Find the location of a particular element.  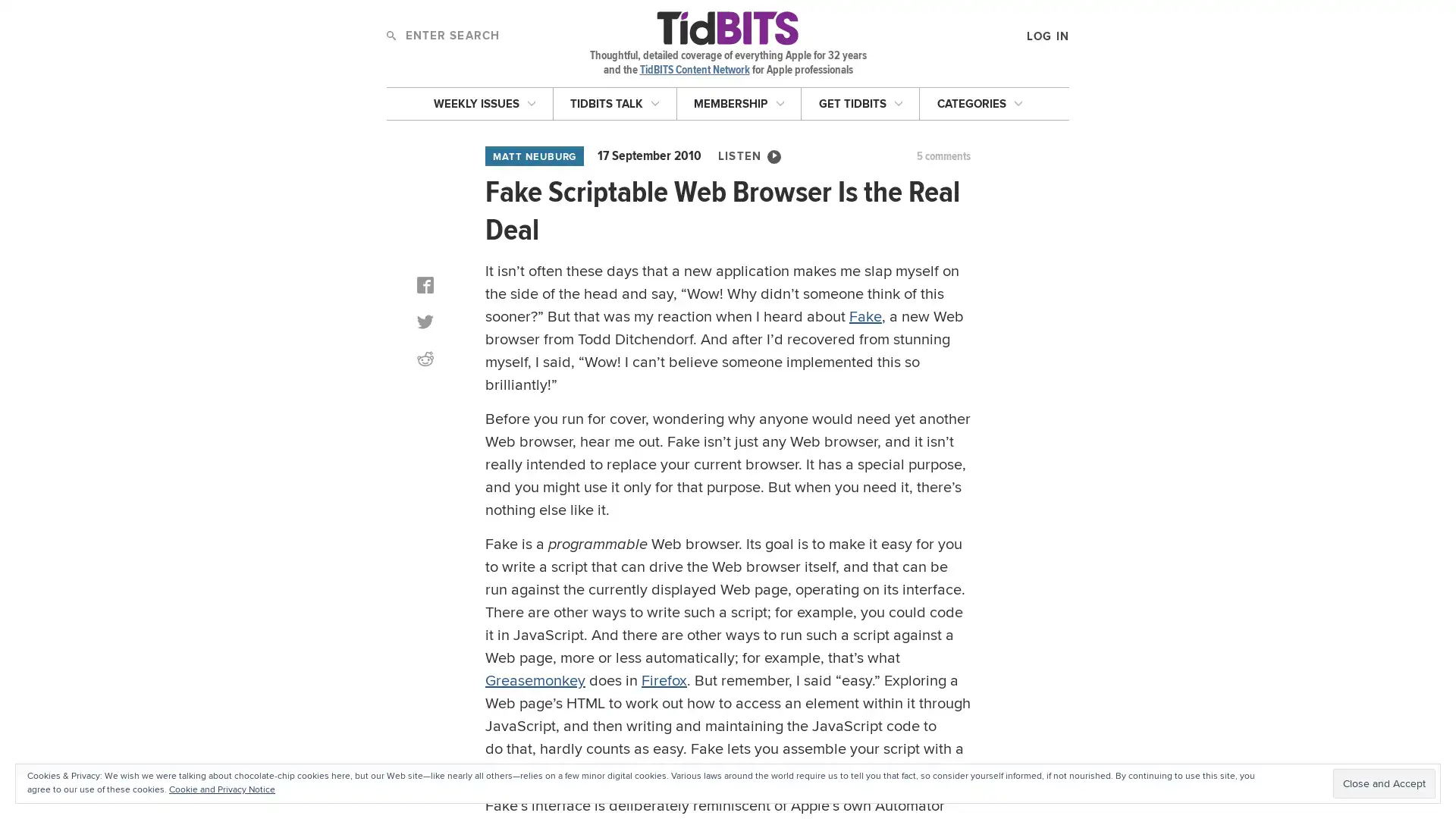

Search is located at coordinates (391, 34).